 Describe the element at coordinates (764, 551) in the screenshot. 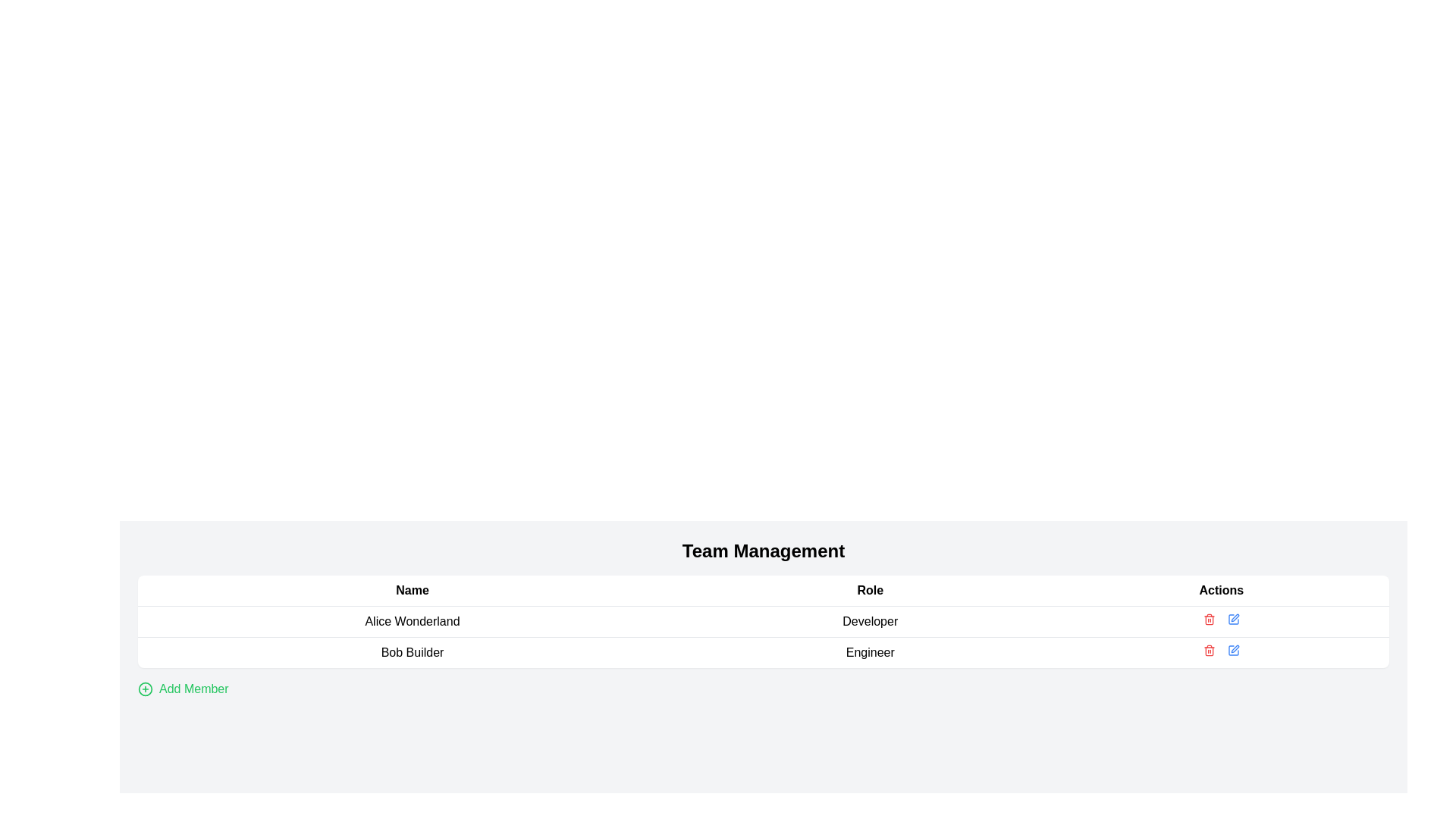

I see `the bold header text displaying 'Team Management' at the top of the main content area, which is aligned above a data table` at that location.